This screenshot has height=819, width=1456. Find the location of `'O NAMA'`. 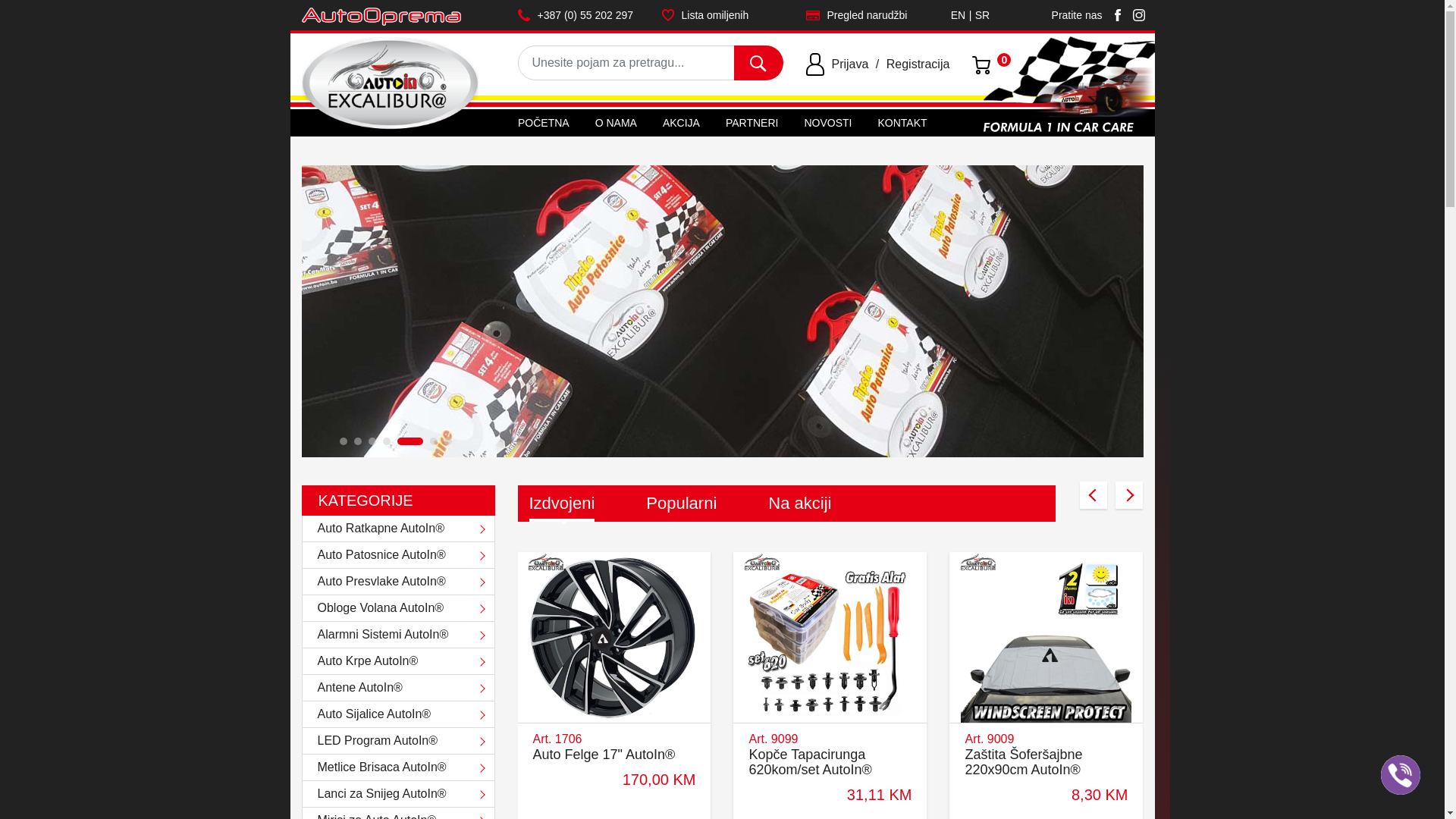

'O NAMA' is located at coordinates (616, 122).